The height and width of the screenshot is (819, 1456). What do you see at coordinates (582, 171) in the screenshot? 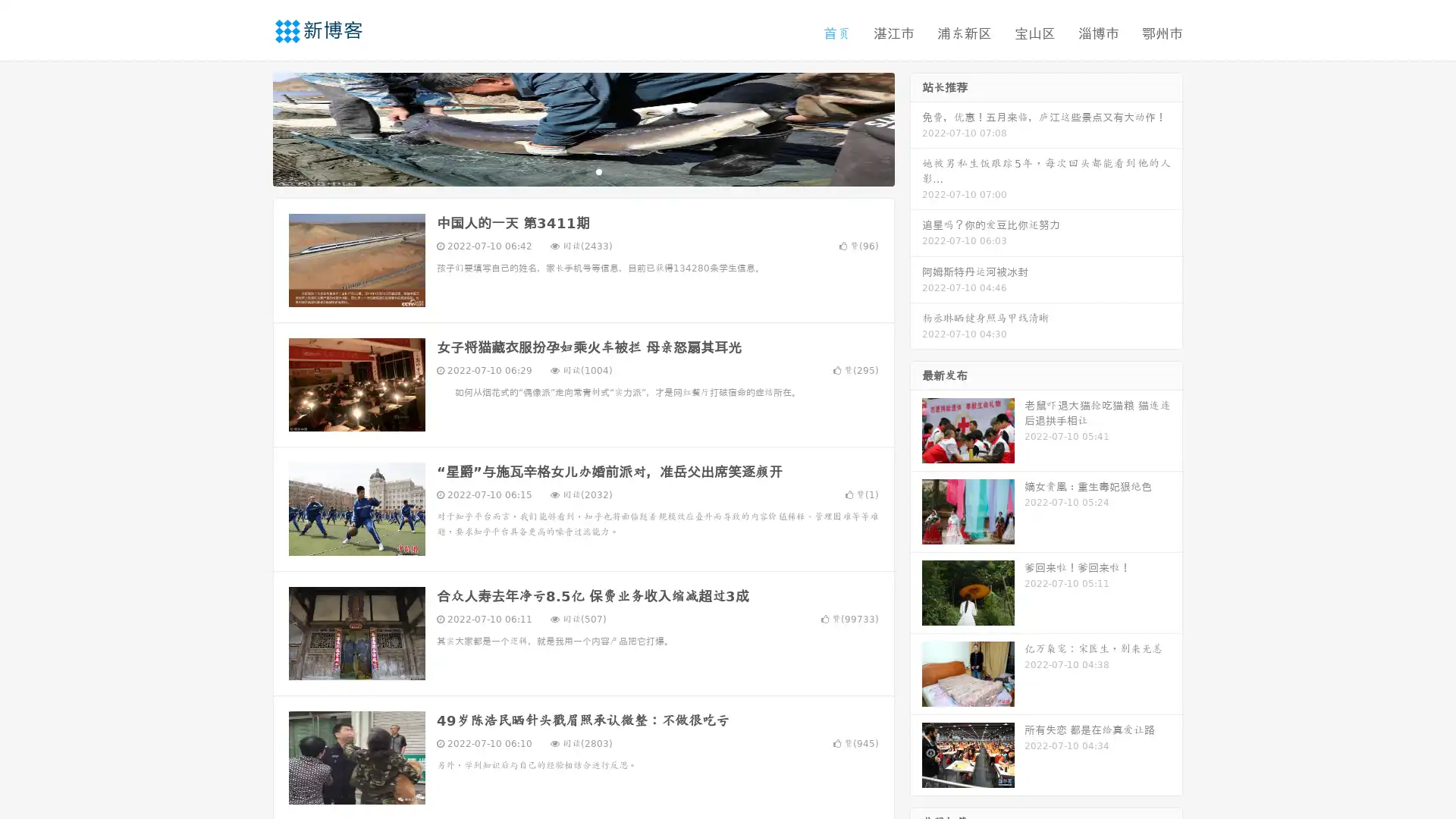
I see `Go to slide 2` at bounding box center [582, 171].